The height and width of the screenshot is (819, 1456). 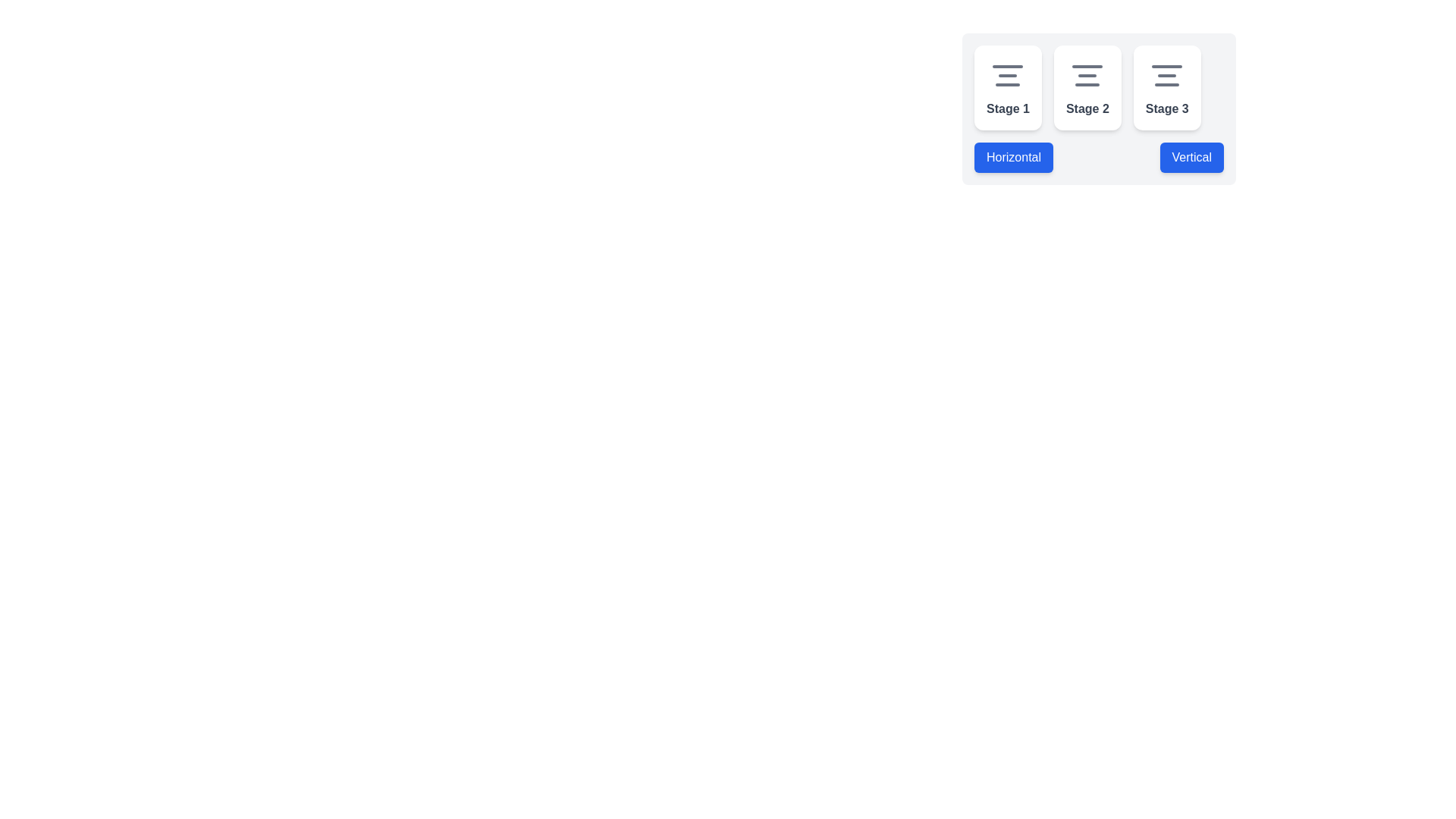 I want to click on the bright blue button labeled 'Horizontal', so click(x=1014, y=158).